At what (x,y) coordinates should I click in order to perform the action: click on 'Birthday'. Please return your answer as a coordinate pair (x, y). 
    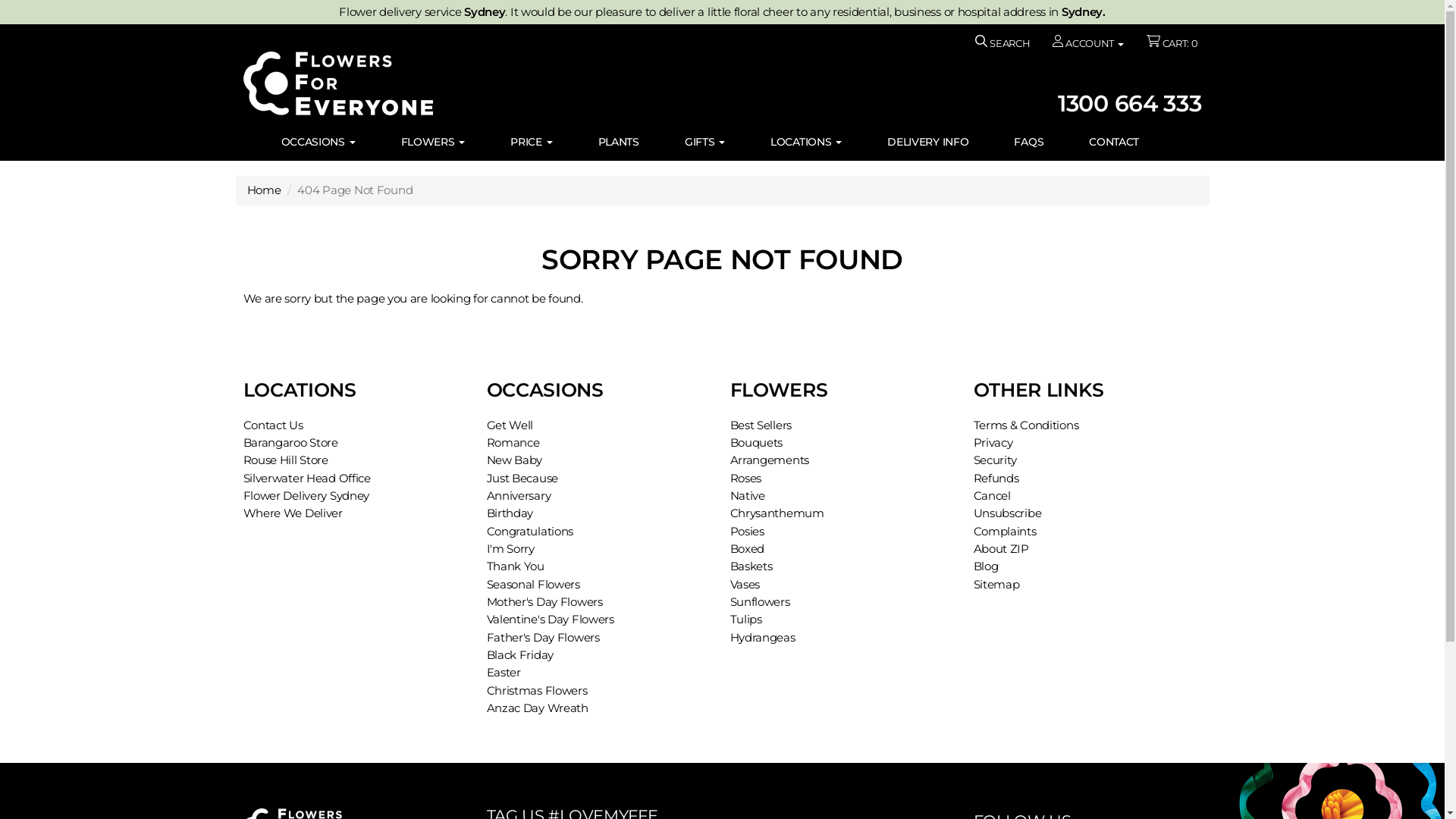
    Looking at the image, I should click on (487, 513).